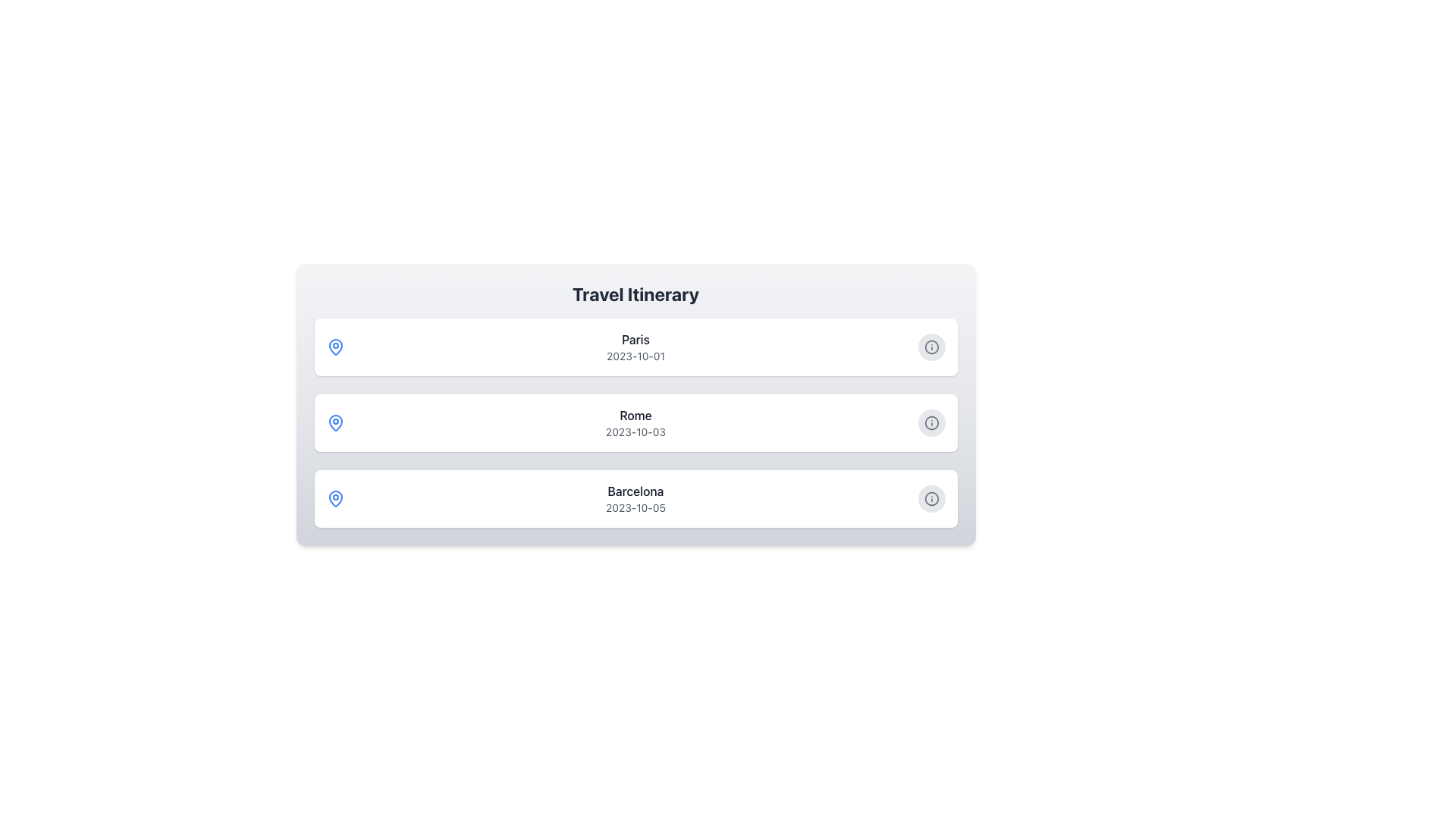 This screenshot has height=819, width=1456. What do you see at coordinates (635, 423) in the screenshot?
I see `the second itinerary card that details a visit to Rome, positioned between the Paris and Barcelona cards in the central section of the interface` at bounding box center [635, 423].